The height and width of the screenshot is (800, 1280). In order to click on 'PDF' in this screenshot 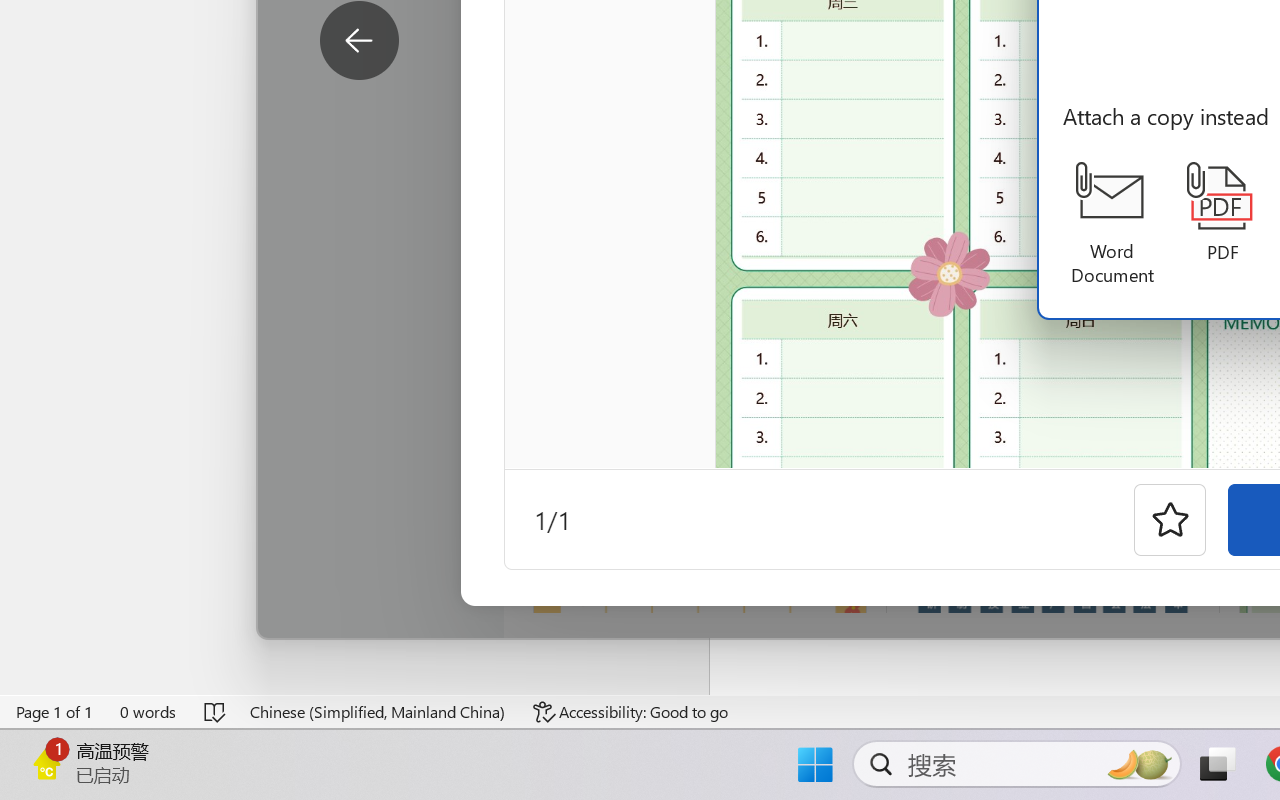, I will do `click(1222, 213)`.